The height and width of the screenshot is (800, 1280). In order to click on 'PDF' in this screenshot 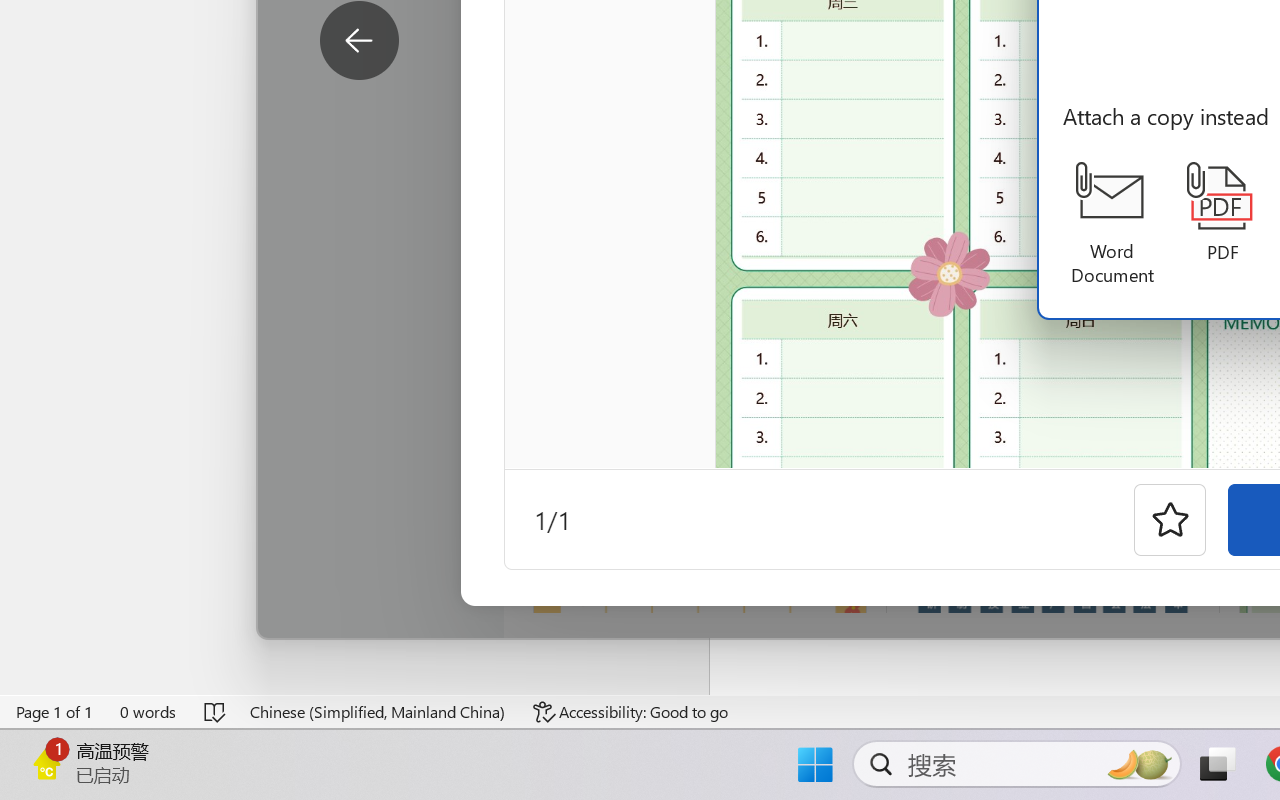, I will do `click(1222, 213)`.